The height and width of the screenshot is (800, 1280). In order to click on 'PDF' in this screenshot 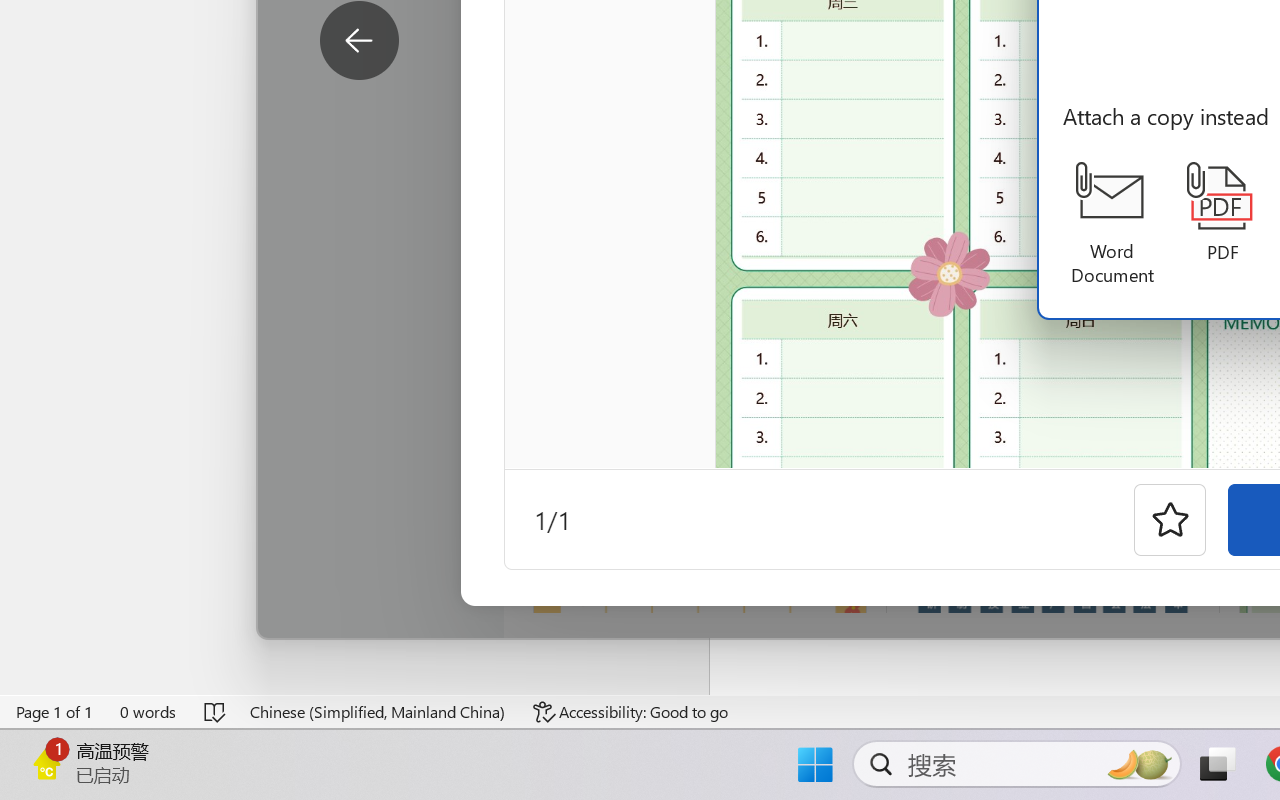, I will do `click(1222, 213)`.